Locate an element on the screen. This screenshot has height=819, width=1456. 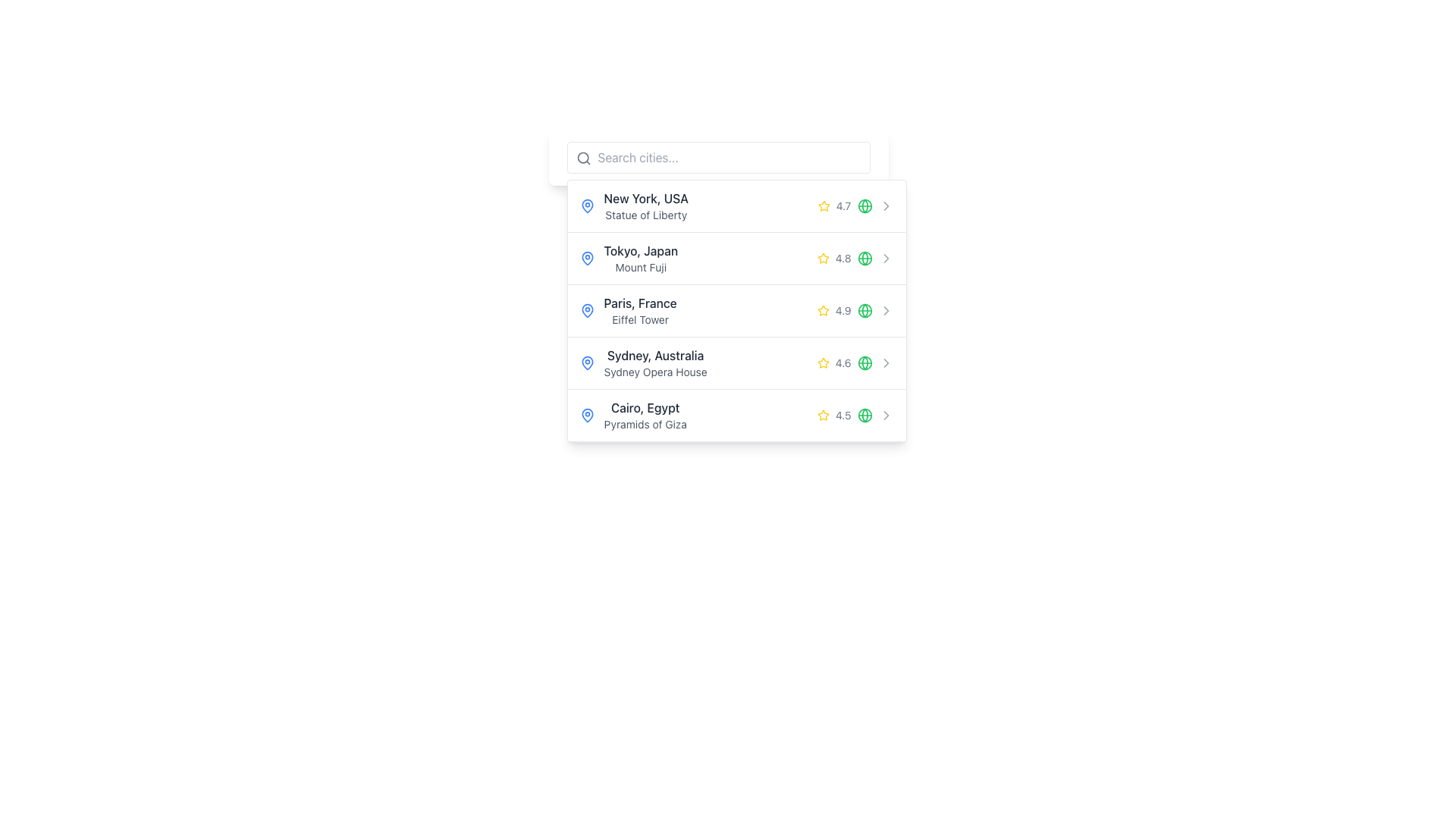
the hollow circular graphic element defined by a stroke, which is part of the magnifying glass icon located at the left side of the search input box is located at coordinates (582, 158).